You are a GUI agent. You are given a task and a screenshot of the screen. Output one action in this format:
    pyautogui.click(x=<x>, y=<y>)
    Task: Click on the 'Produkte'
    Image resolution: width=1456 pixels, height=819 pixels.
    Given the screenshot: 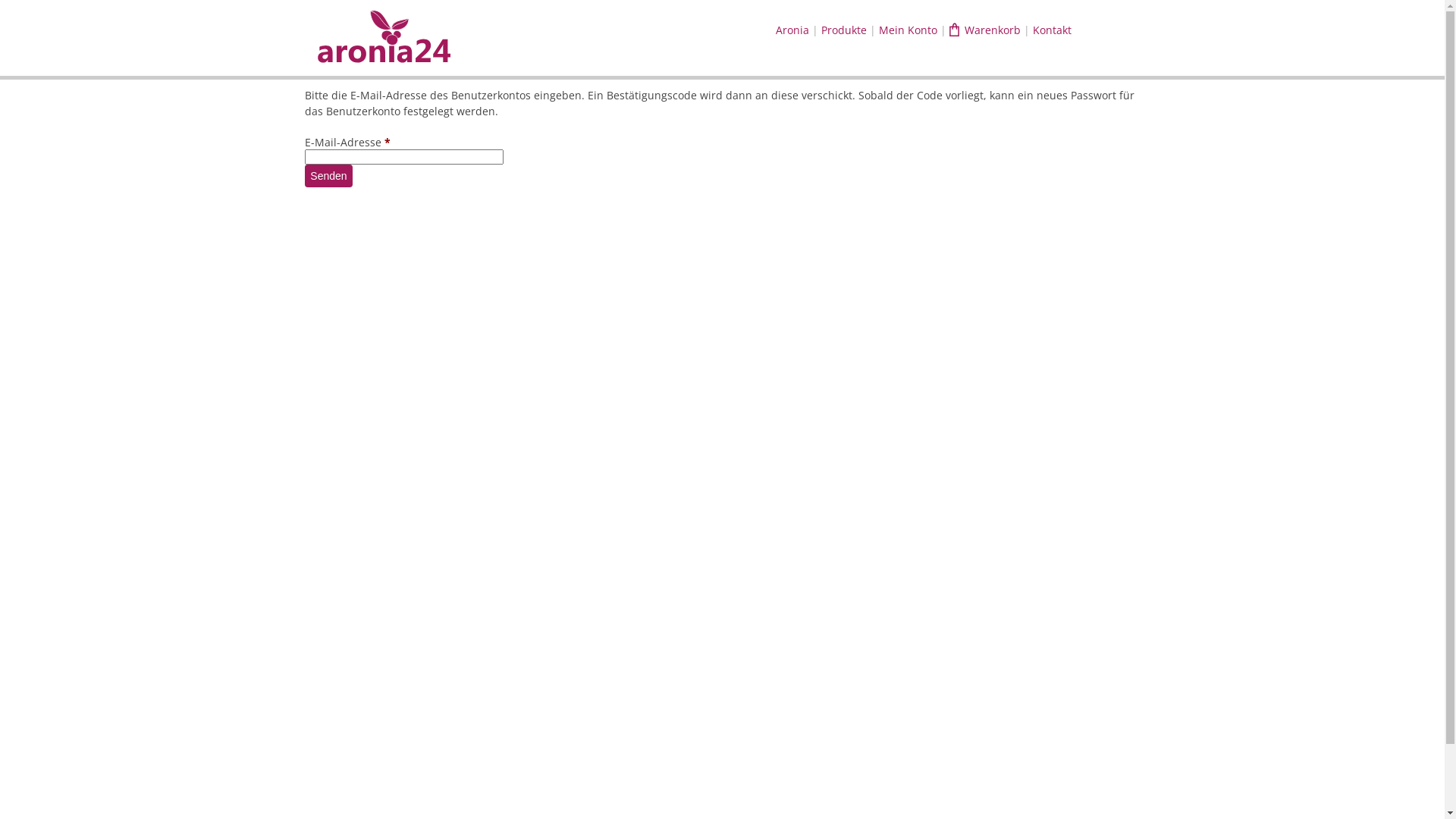 What is the action you would take?
    pyautogui.click(x=843, y=30)
    